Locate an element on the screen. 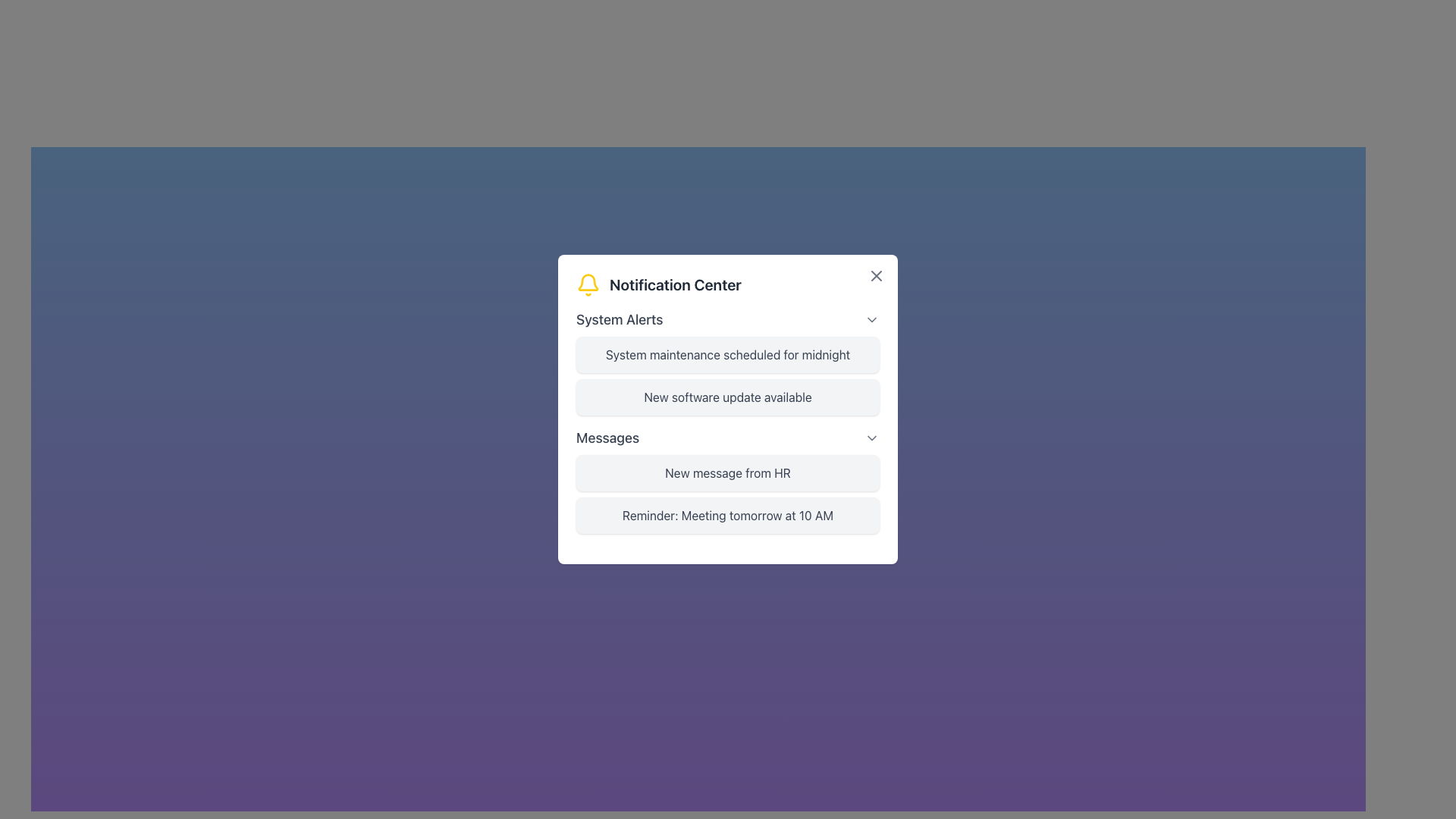 This screenshot has height=819, width=1456. the 'Messages' Dropdown Trigger element in the notification center is located at coordinates (728, 438).